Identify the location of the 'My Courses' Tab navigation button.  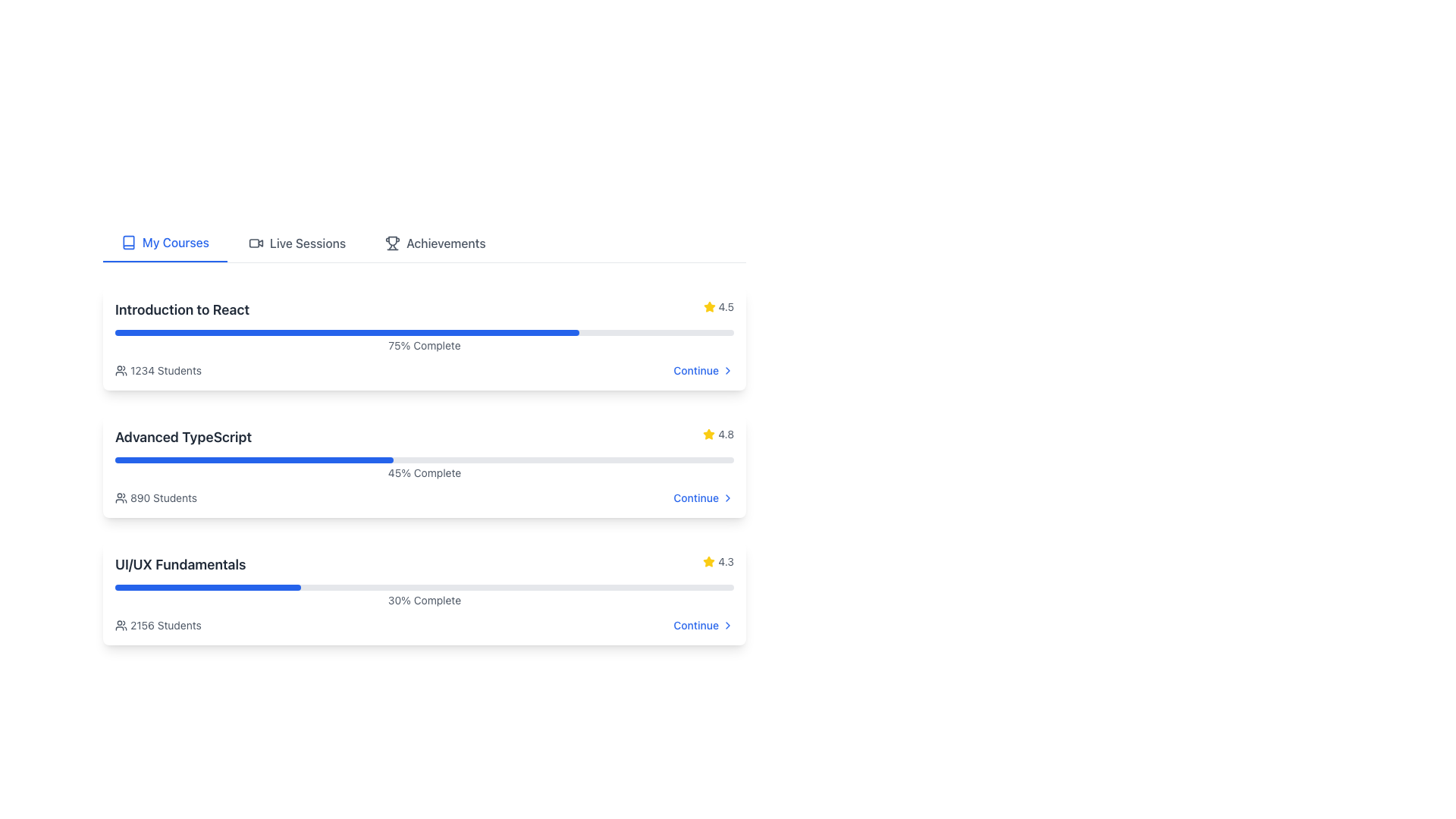
(165, 242).